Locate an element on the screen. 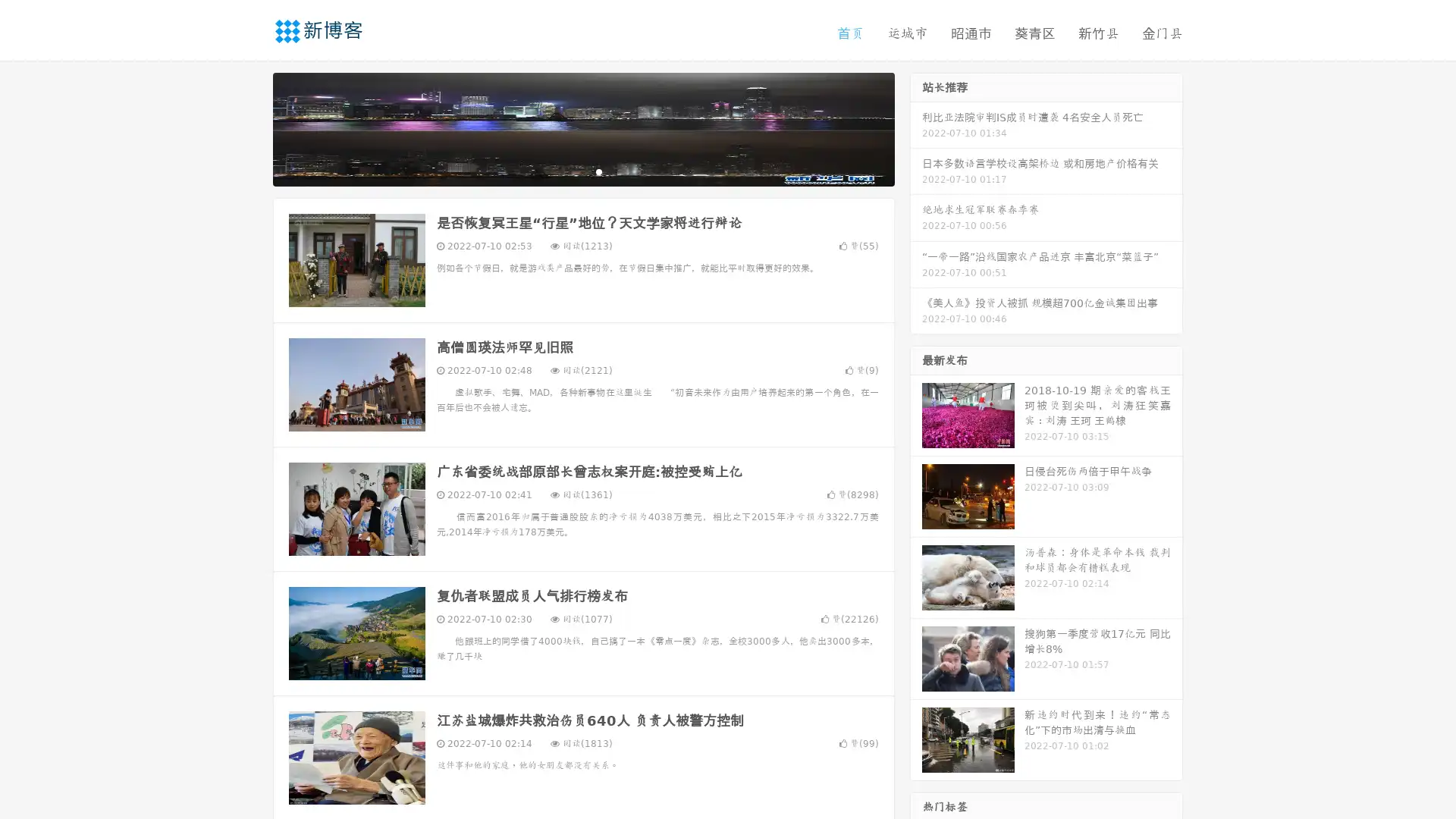 The image size is (1456, 819). Next slide is located at coordinates (916, 127).